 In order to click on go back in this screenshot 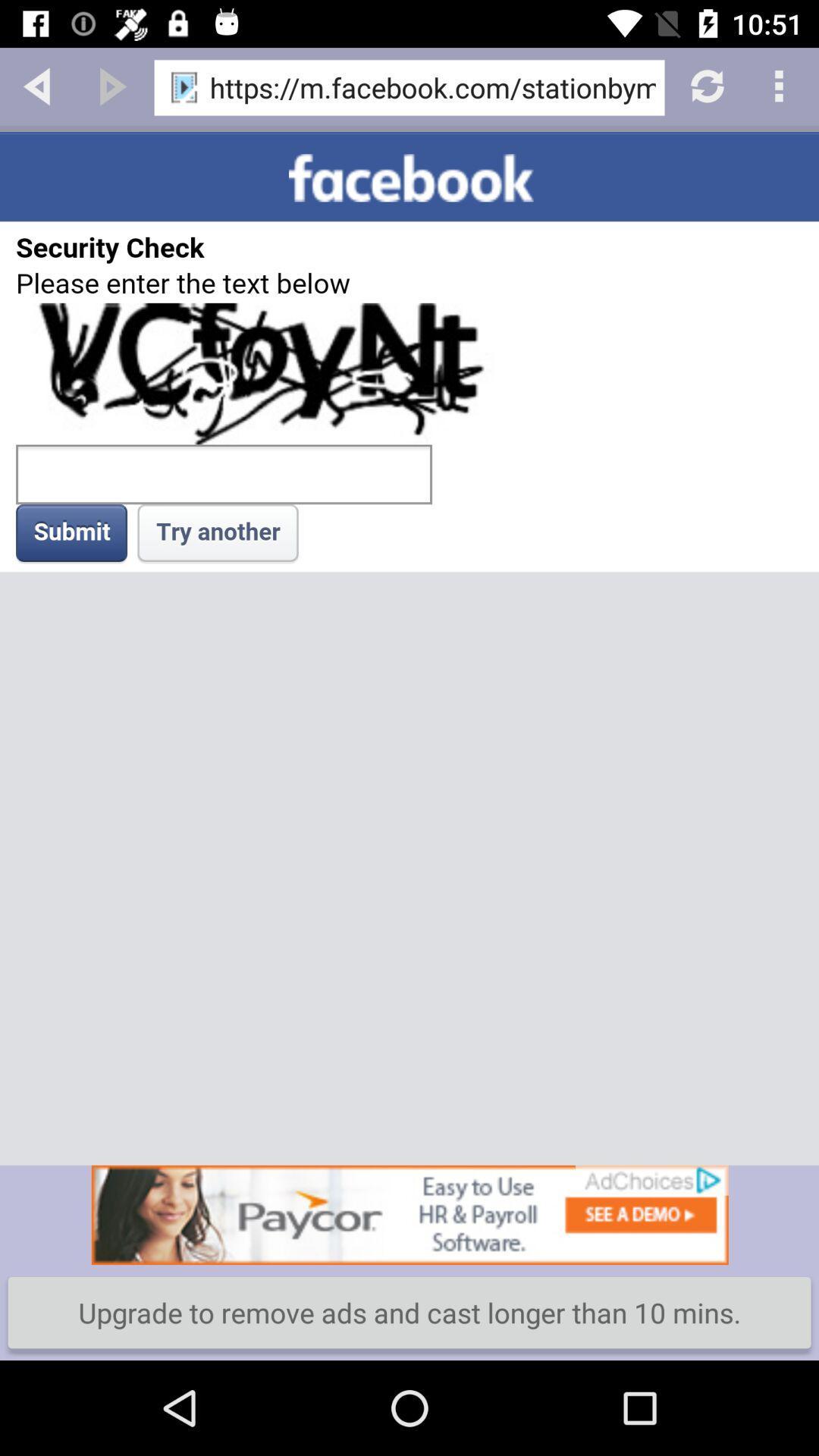, I will do `click(36, 84)`.